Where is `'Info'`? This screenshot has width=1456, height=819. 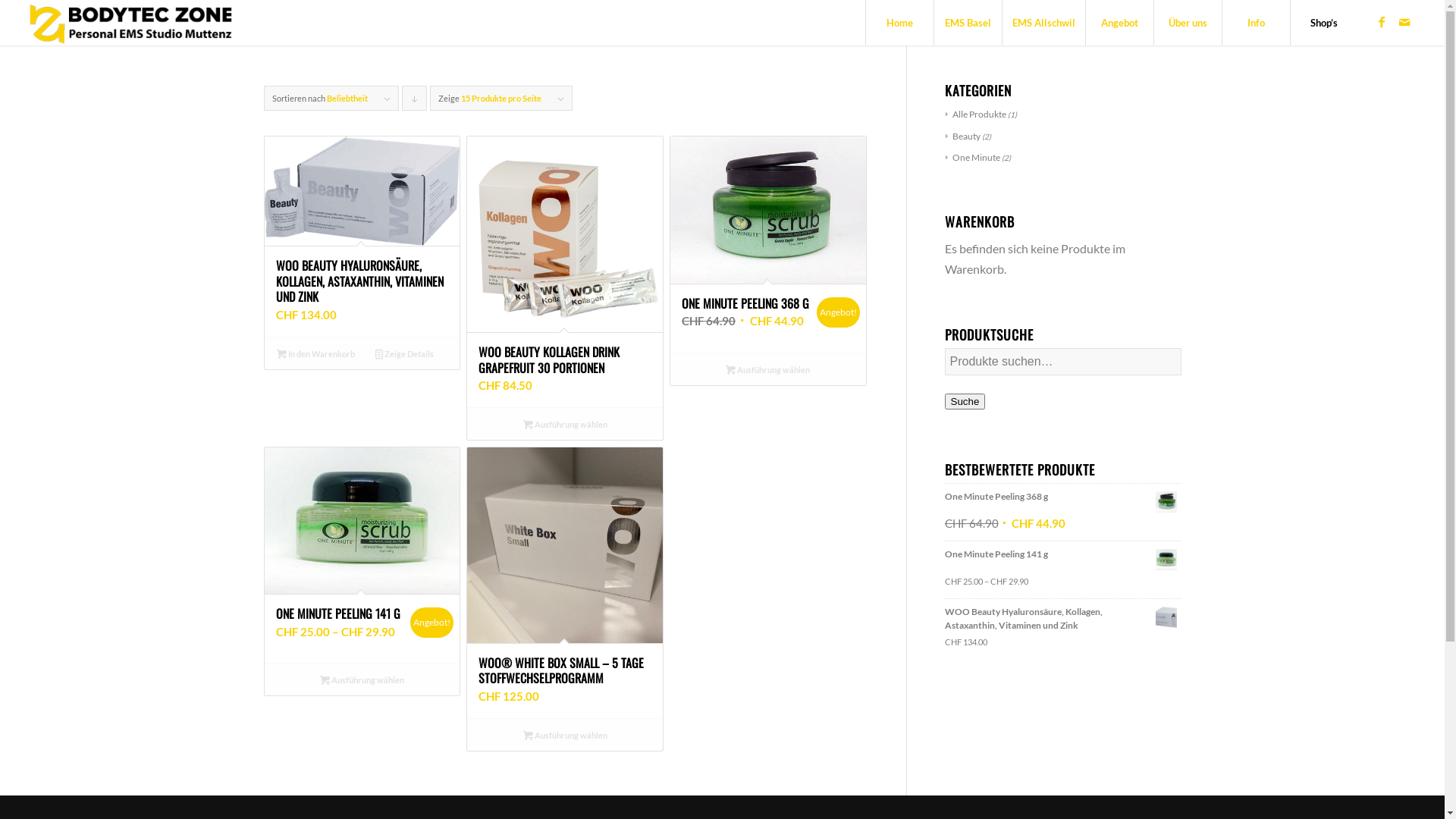 'Info' is located at coordinates (1256, 23).